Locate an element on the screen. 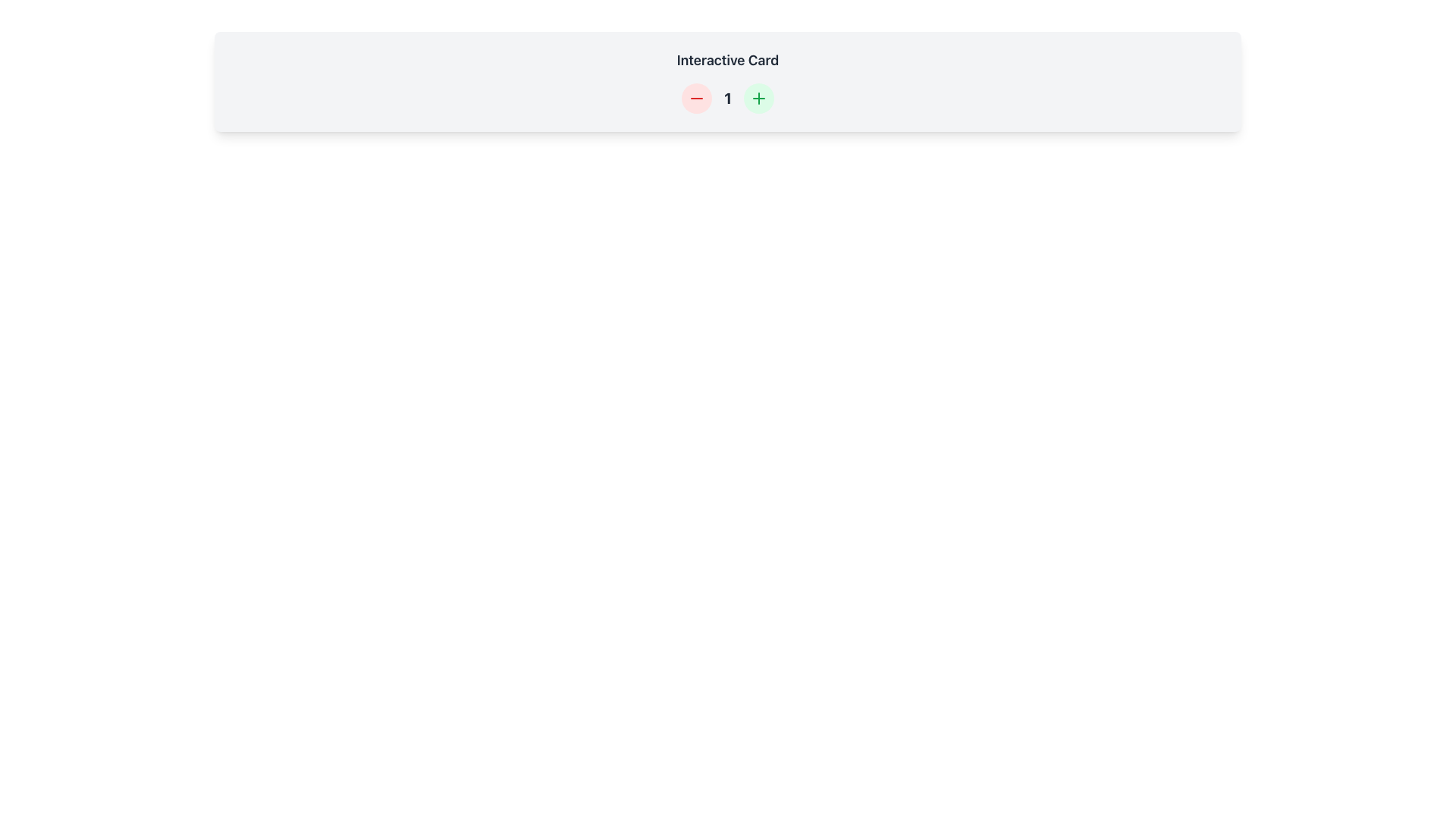 The image size is (1456, 819). the green plus sign button located inside a light green circular button is located at coordinates (758, 99).